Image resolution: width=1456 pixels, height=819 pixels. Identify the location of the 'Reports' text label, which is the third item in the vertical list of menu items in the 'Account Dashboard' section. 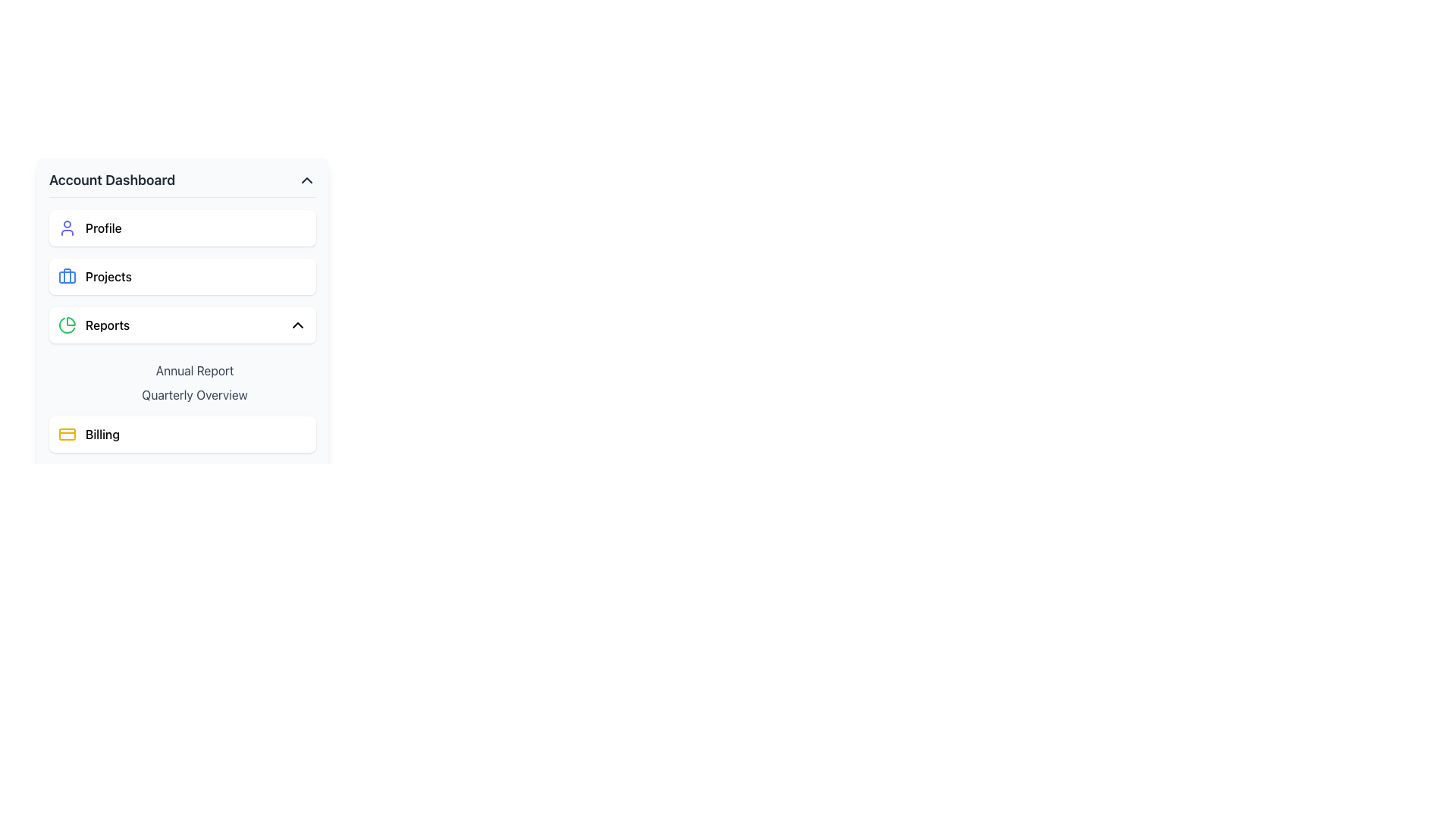
(107, 324).